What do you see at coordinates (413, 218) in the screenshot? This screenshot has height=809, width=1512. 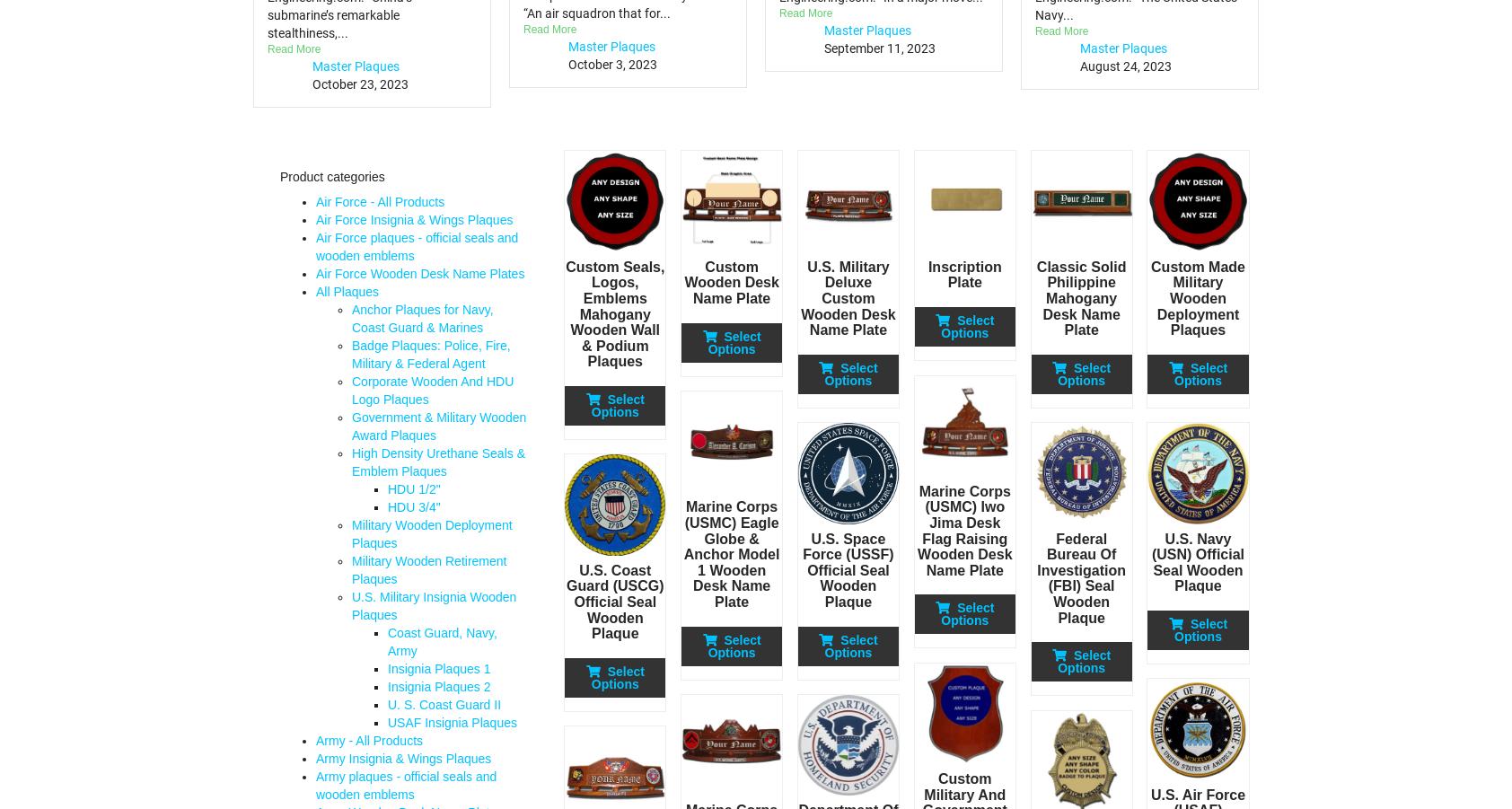 I see `'Air Force Insignia & Wings Plaques'` at bounding box center [413, 218].